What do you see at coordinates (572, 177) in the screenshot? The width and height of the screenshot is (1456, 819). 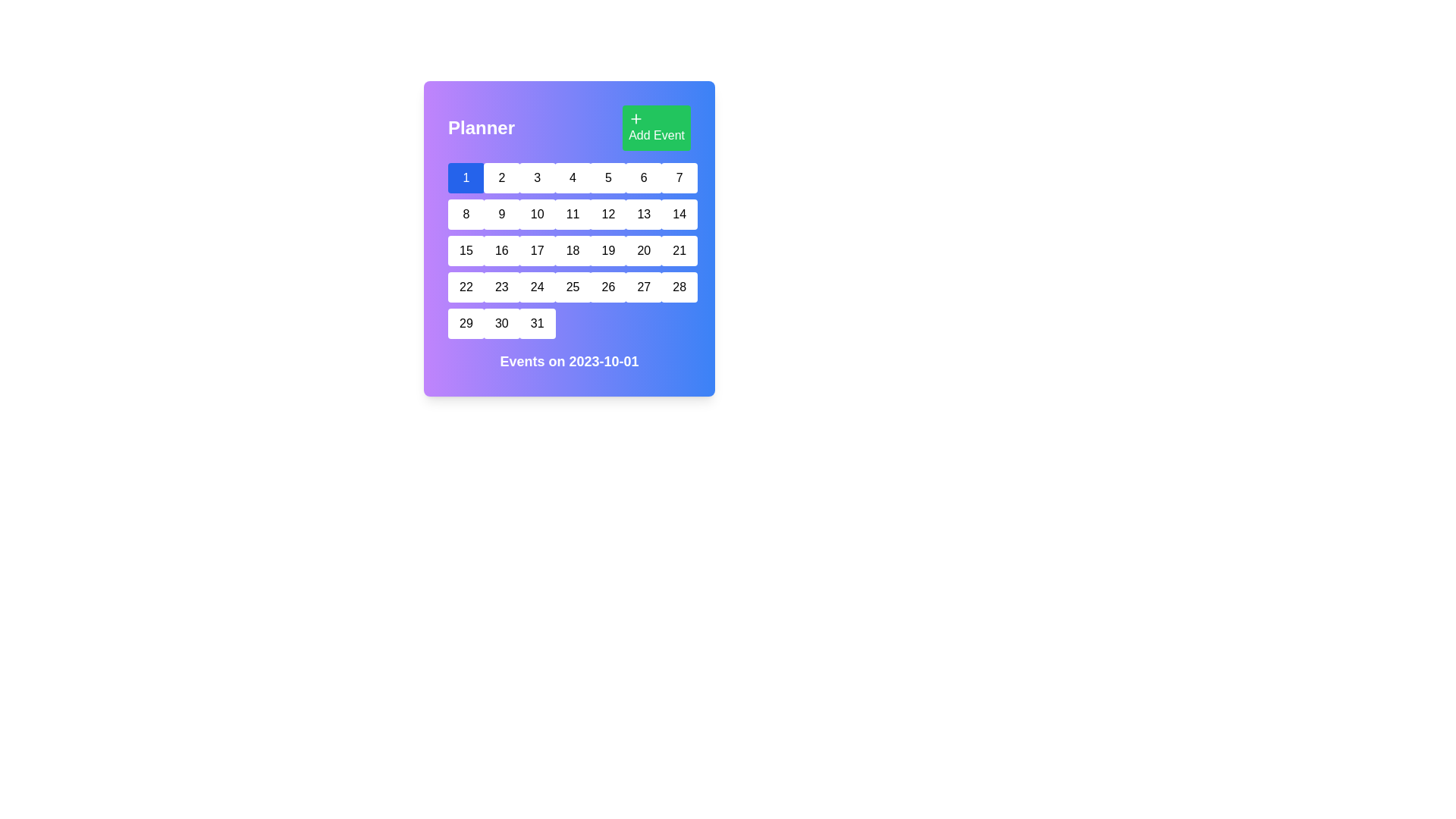 I see `the button for selecting the day '4'` at bounding box center [572, 177].